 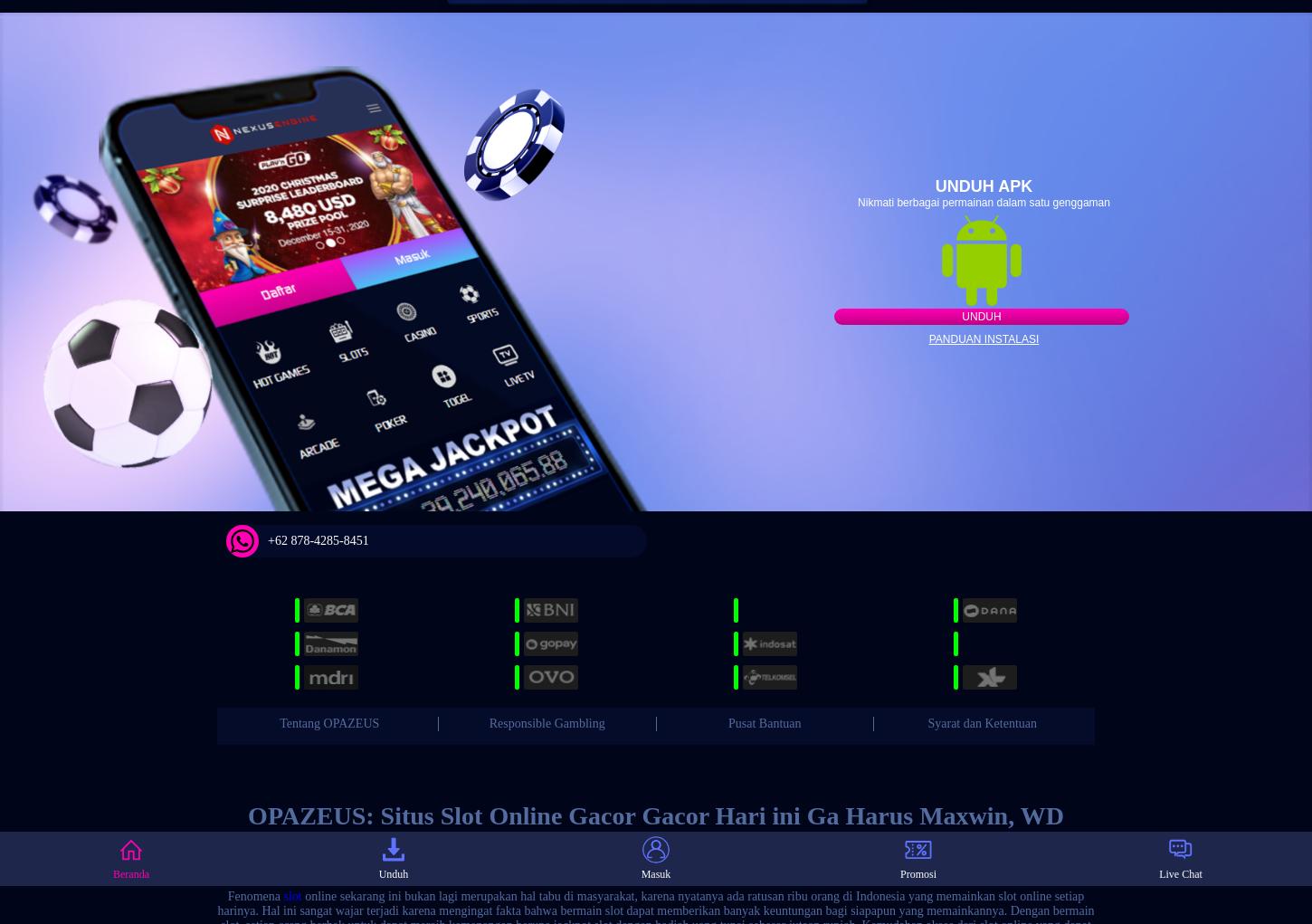 What do you see at coordinates (654, 872) in the screenshot?
I see `'Masuk'` at bounding box center [654, 872].